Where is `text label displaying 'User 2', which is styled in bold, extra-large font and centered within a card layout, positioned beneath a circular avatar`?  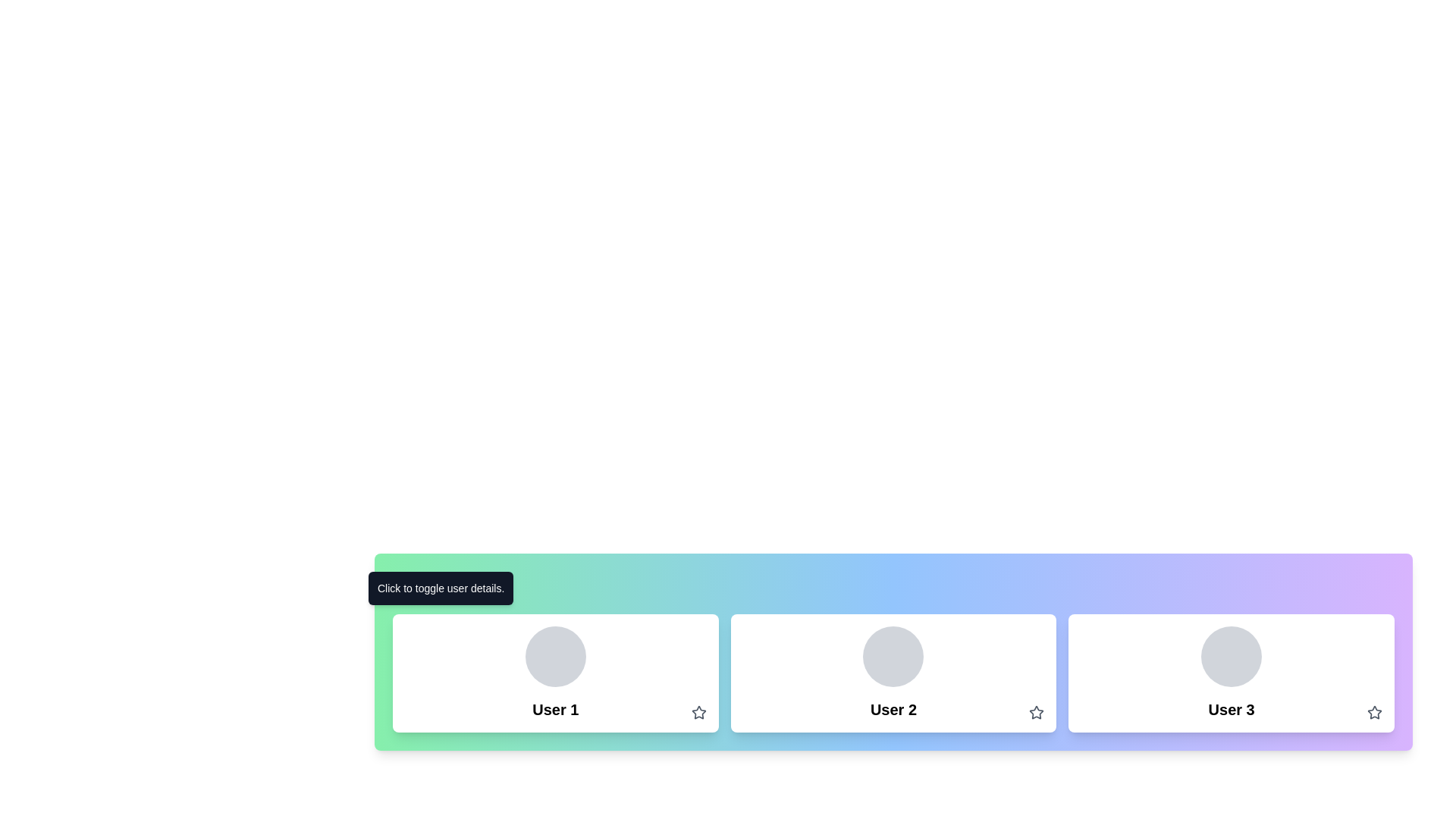 text label displaying 'User 2', which is styled in bold, extra-large font and centered within a card layout, positioned beneath a circular avatar is located at coordinates (893, 710).